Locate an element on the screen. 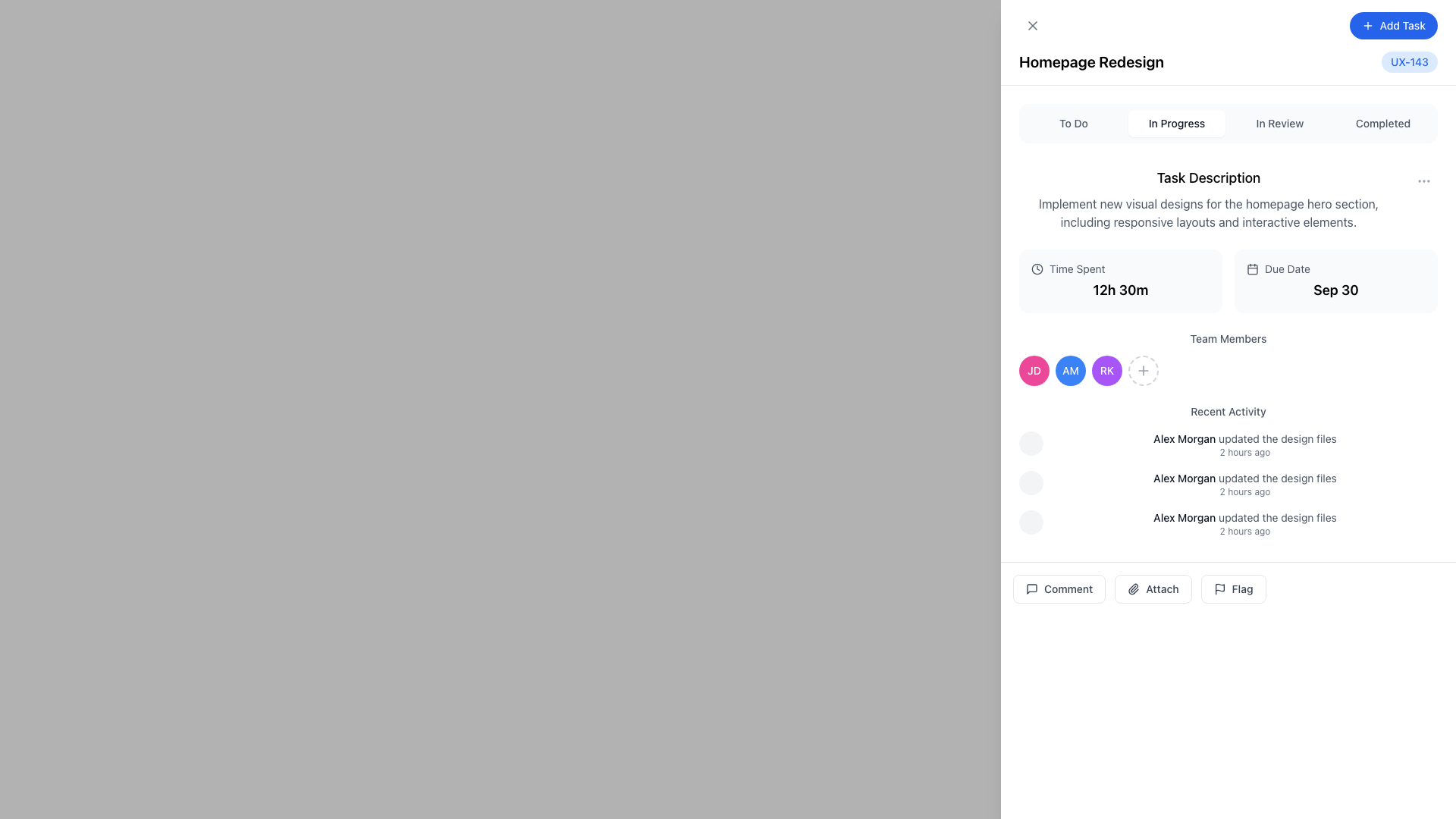 This screenshot has width=1456, height=819. the flag button located as the third button from the left in a horizontal row at the bottom of the interface to mark or highlight the associated content is located at coordinates (1228, 588).